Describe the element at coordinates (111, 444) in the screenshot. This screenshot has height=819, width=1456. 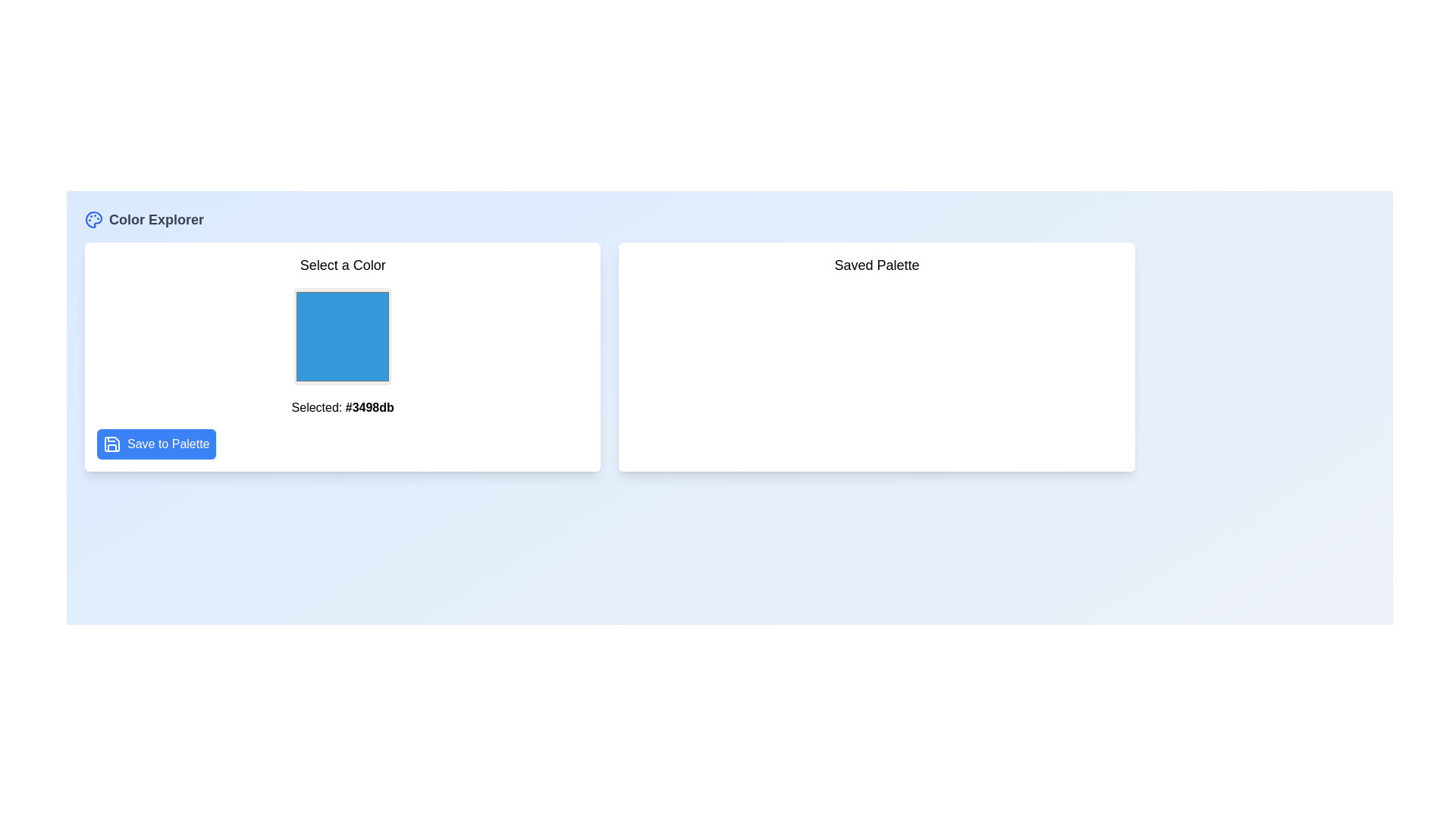
I see `the SVG Icon representing the save functionality located inside the 'Save to Palette' button at the lower-left corner of the 'Select a Color' card` at that location.